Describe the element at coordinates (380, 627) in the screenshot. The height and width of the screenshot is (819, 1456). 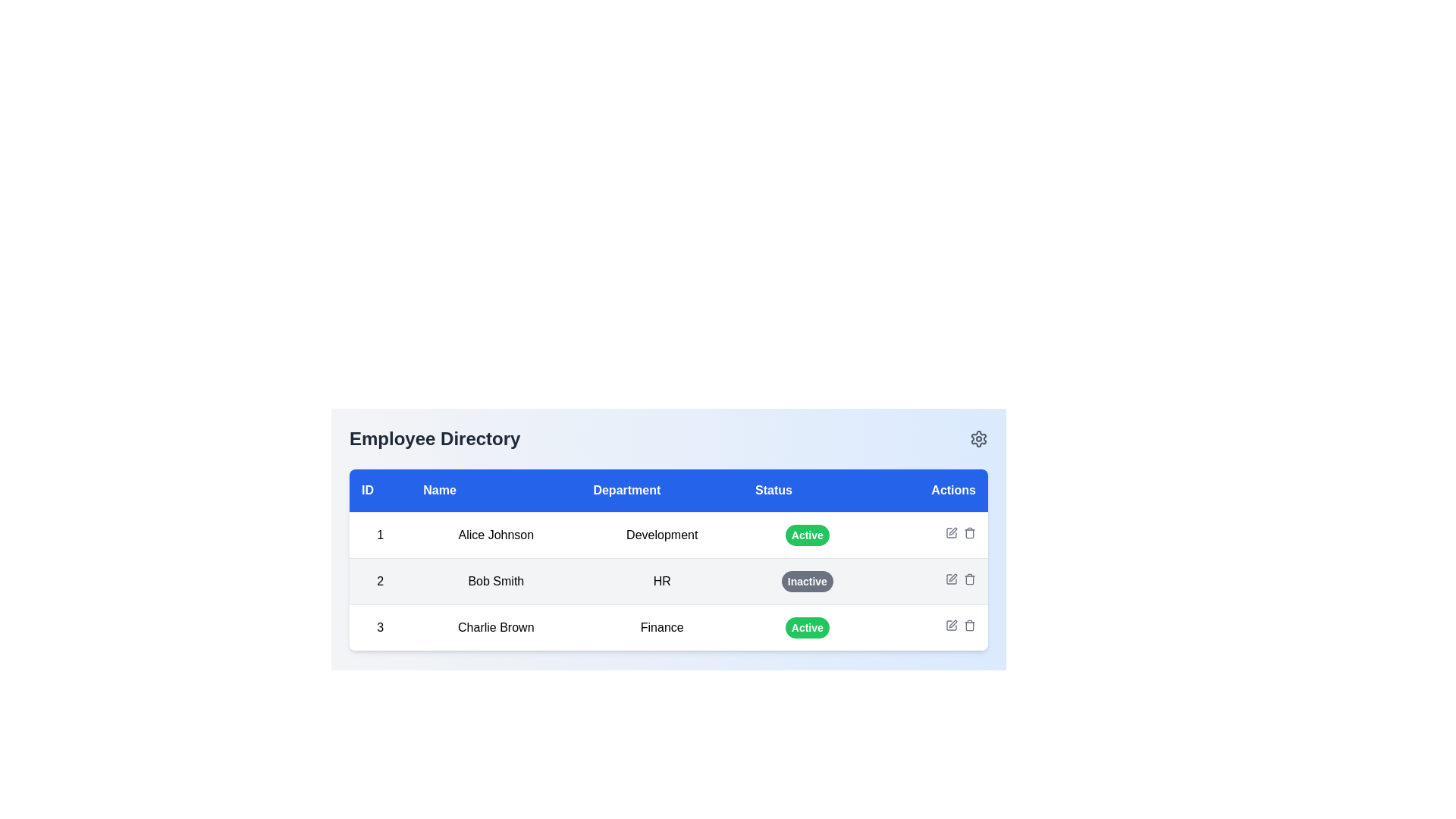
I see `the numeric identifier '3' located in the first column of the last row of the employee data table, which is directly beside 'Charlie Brown'` at that location.